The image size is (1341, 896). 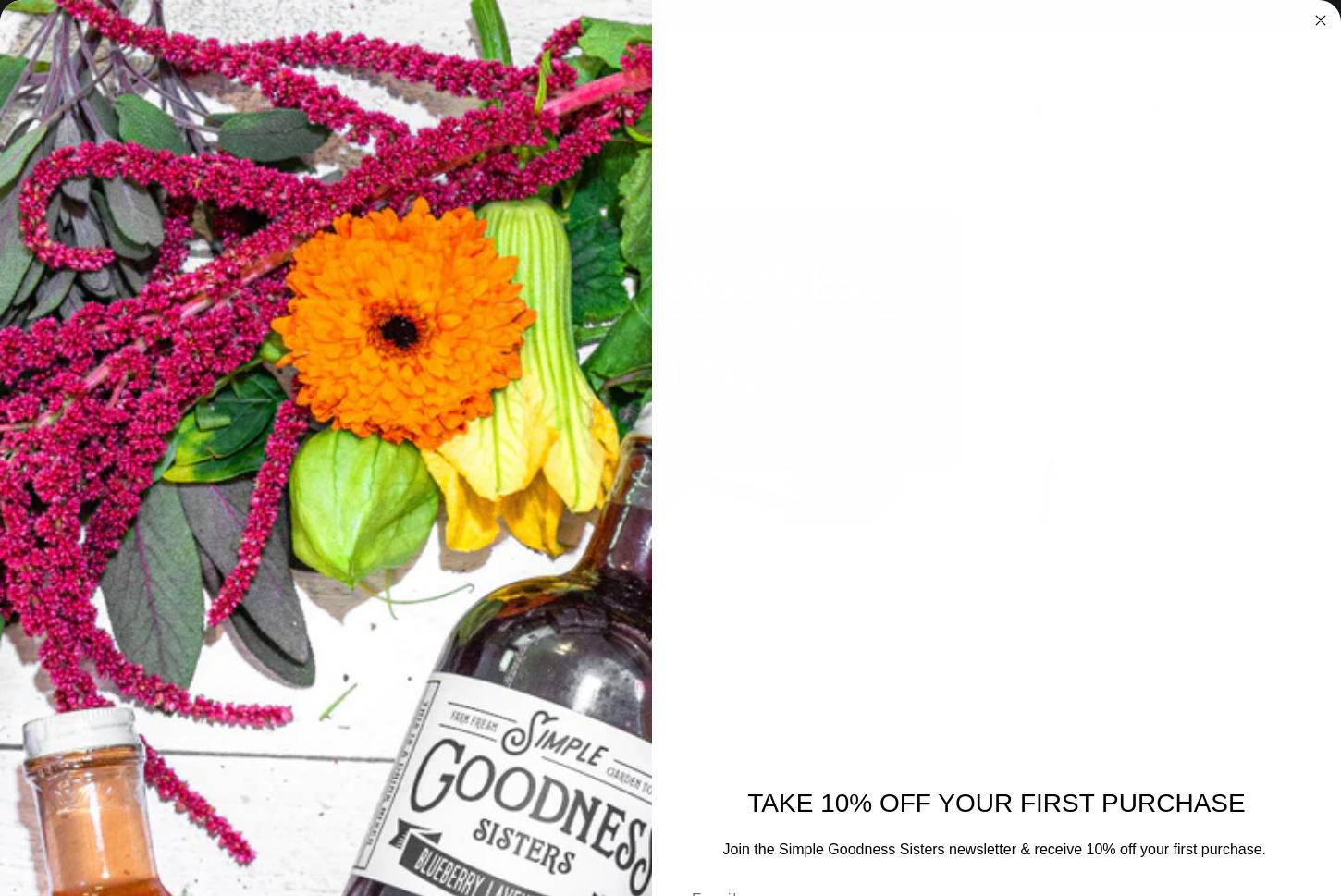 What do you see at coordinates (868, 269) in the screenshot?
I see `'The Cocktail Farm'` at bounding box center [868, 269].